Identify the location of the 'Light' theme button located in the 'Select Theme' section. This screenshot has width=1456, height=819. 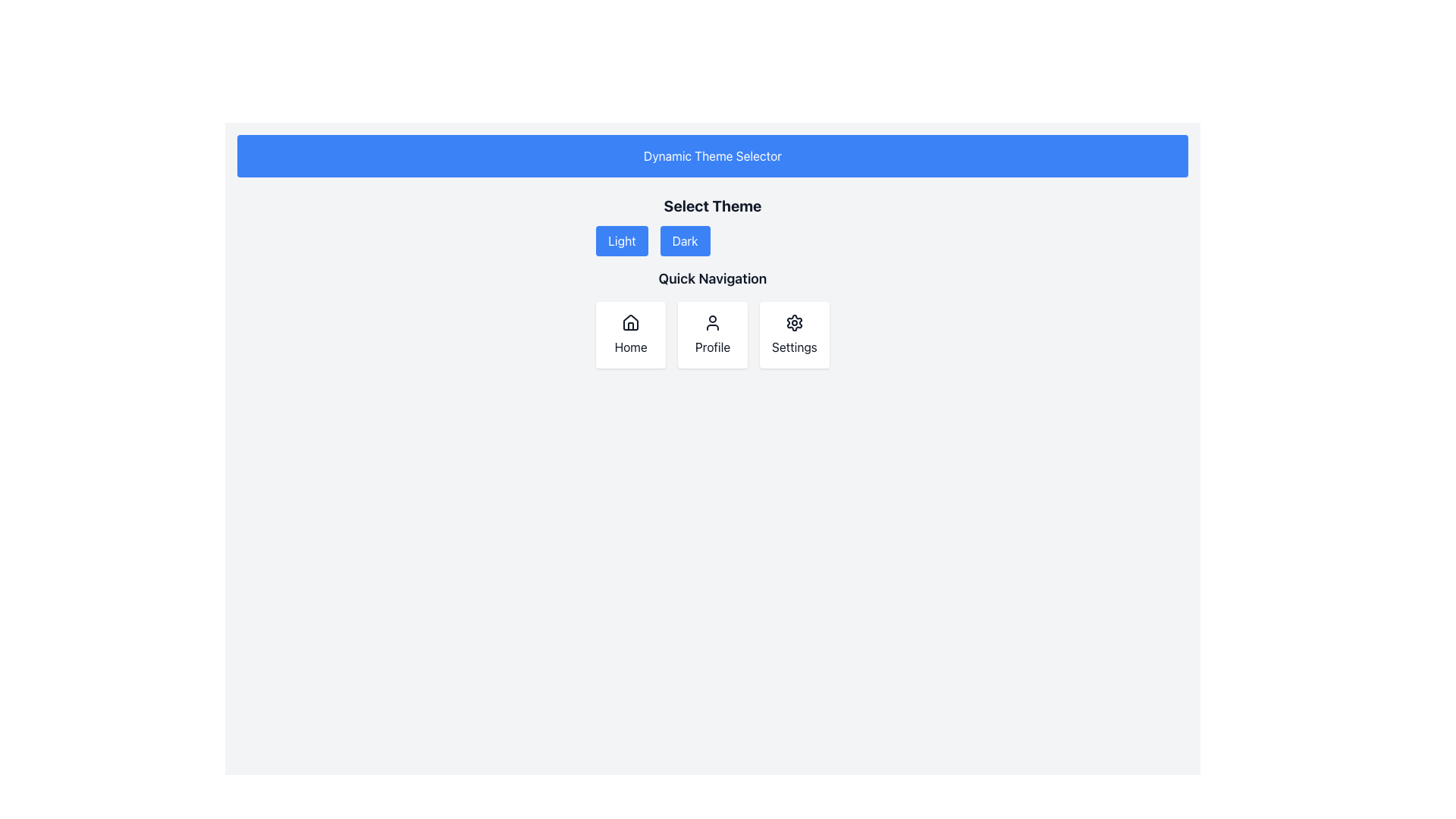
(622, 240).